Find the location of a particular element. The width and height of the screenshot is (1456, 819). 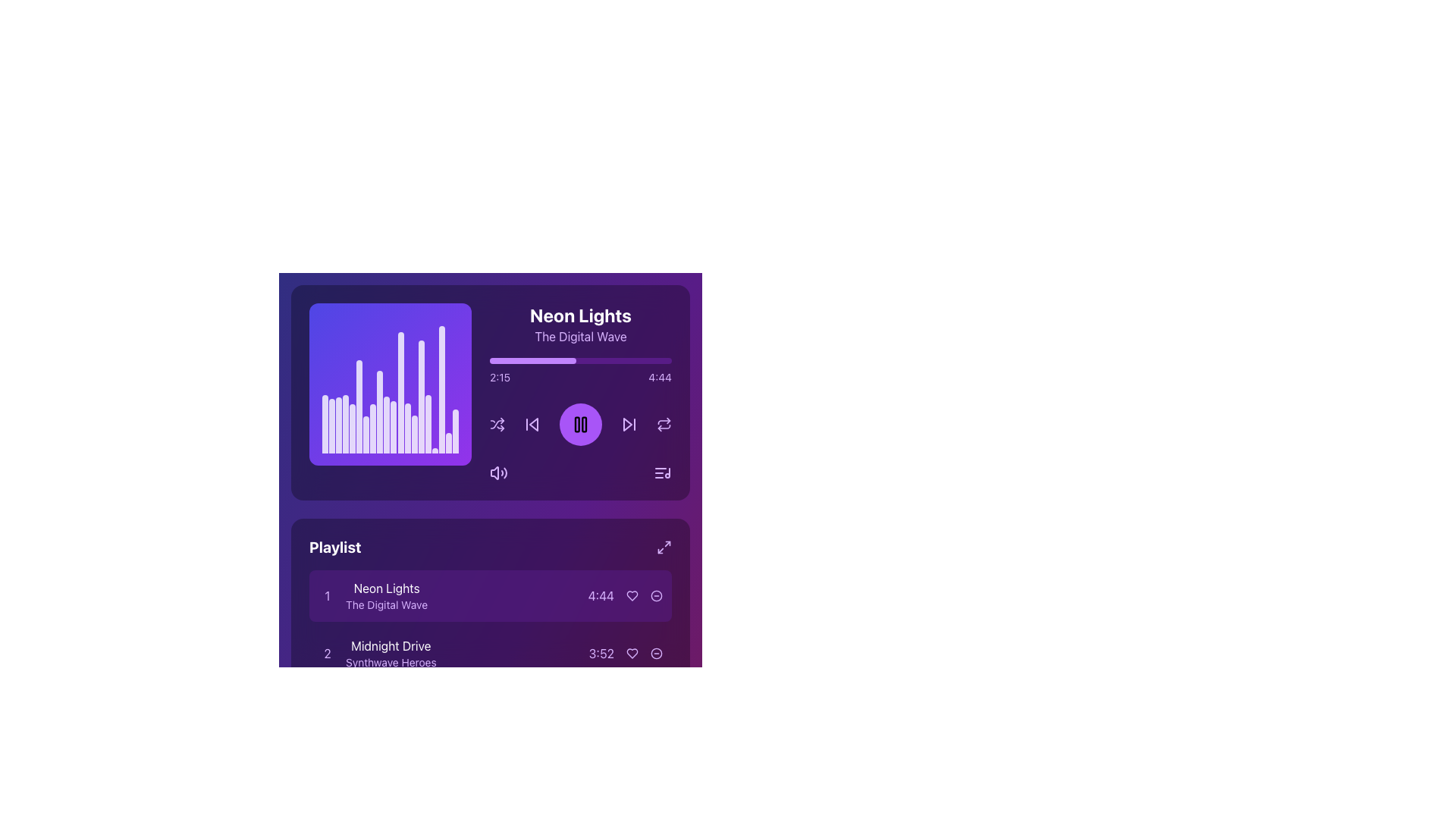

the purple circular Interactive icon button located in the last column of the playlist row for the song 'Neon Lights' is located at coordinates (656, 595).